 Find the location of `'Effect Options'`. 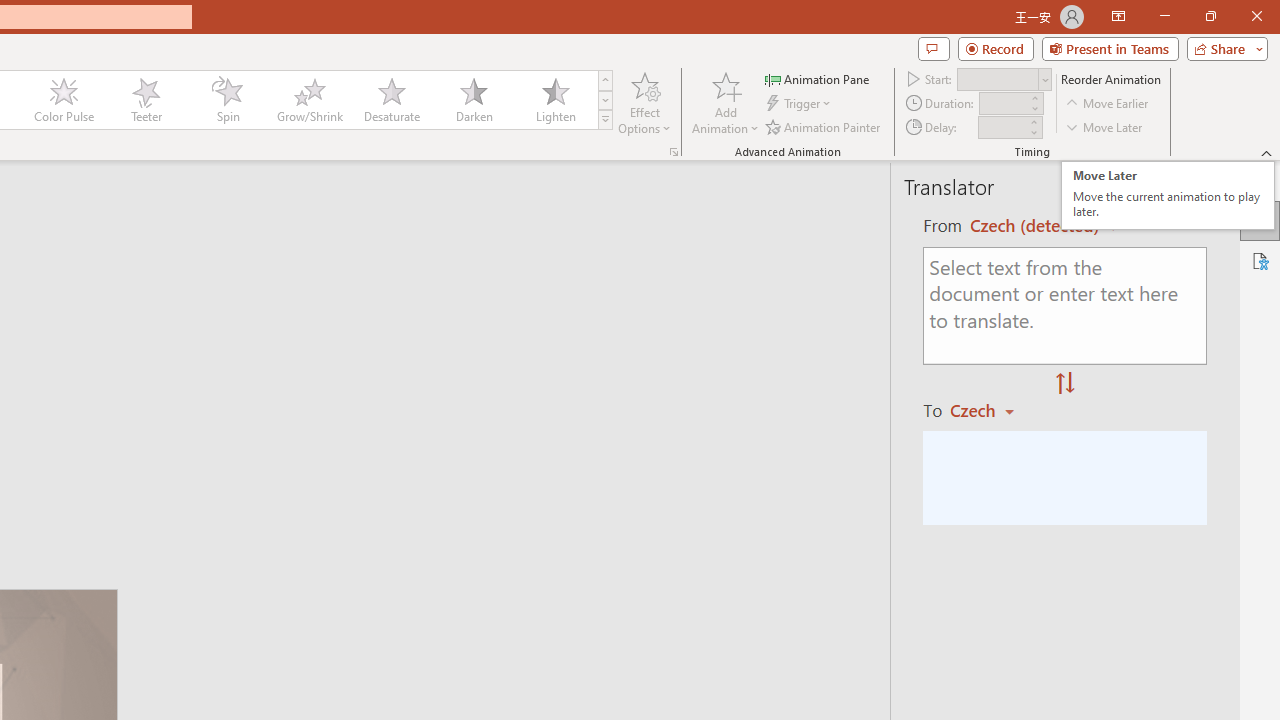

'Effect Options' is located at coordinates (645, 103).